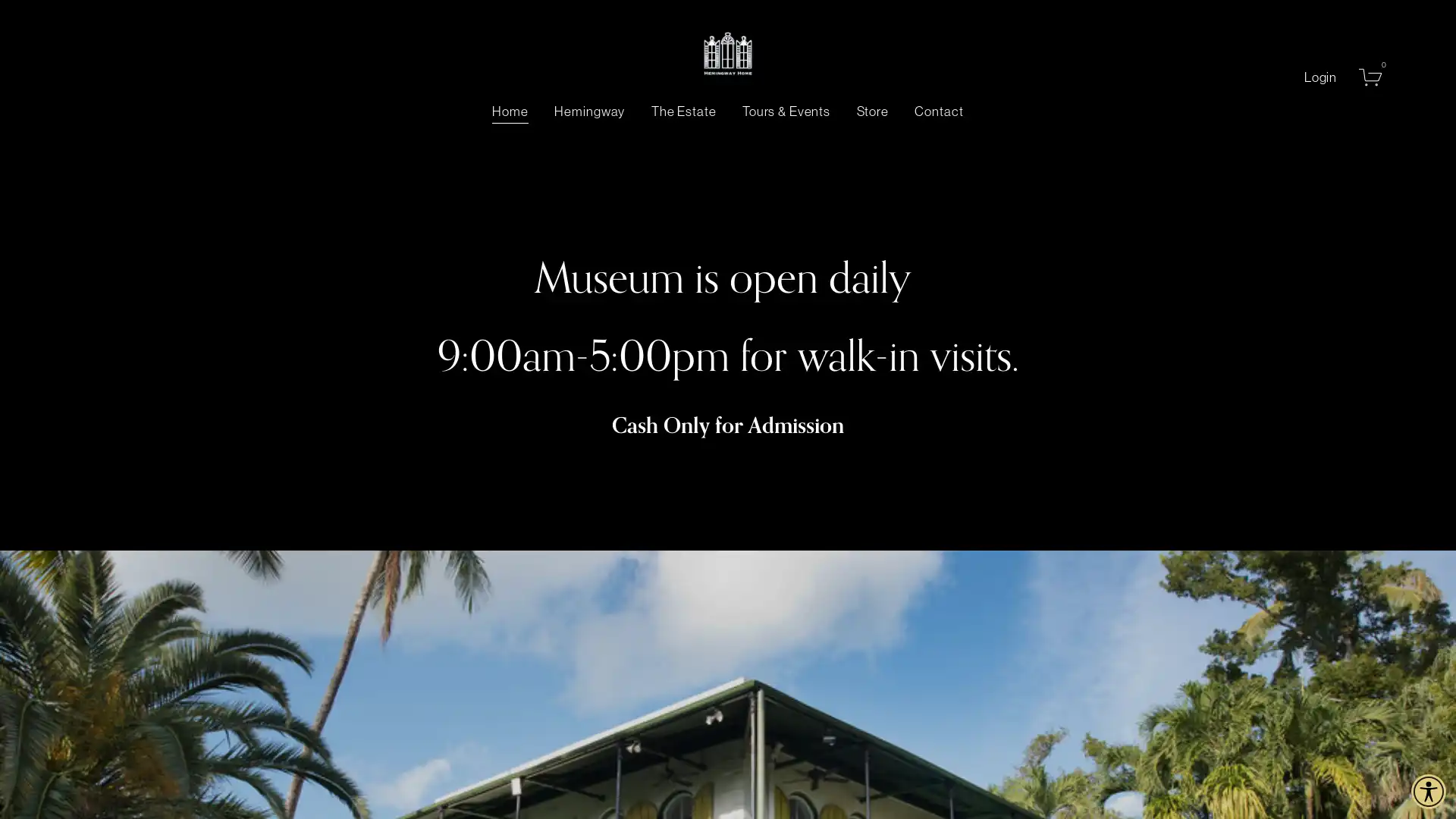 This screenshot has width=1456, height=819. What do you see at coordinates (1427, 791) in the screenshot?
I see `Accessibility Menu` at bounding box center [1427, 791].